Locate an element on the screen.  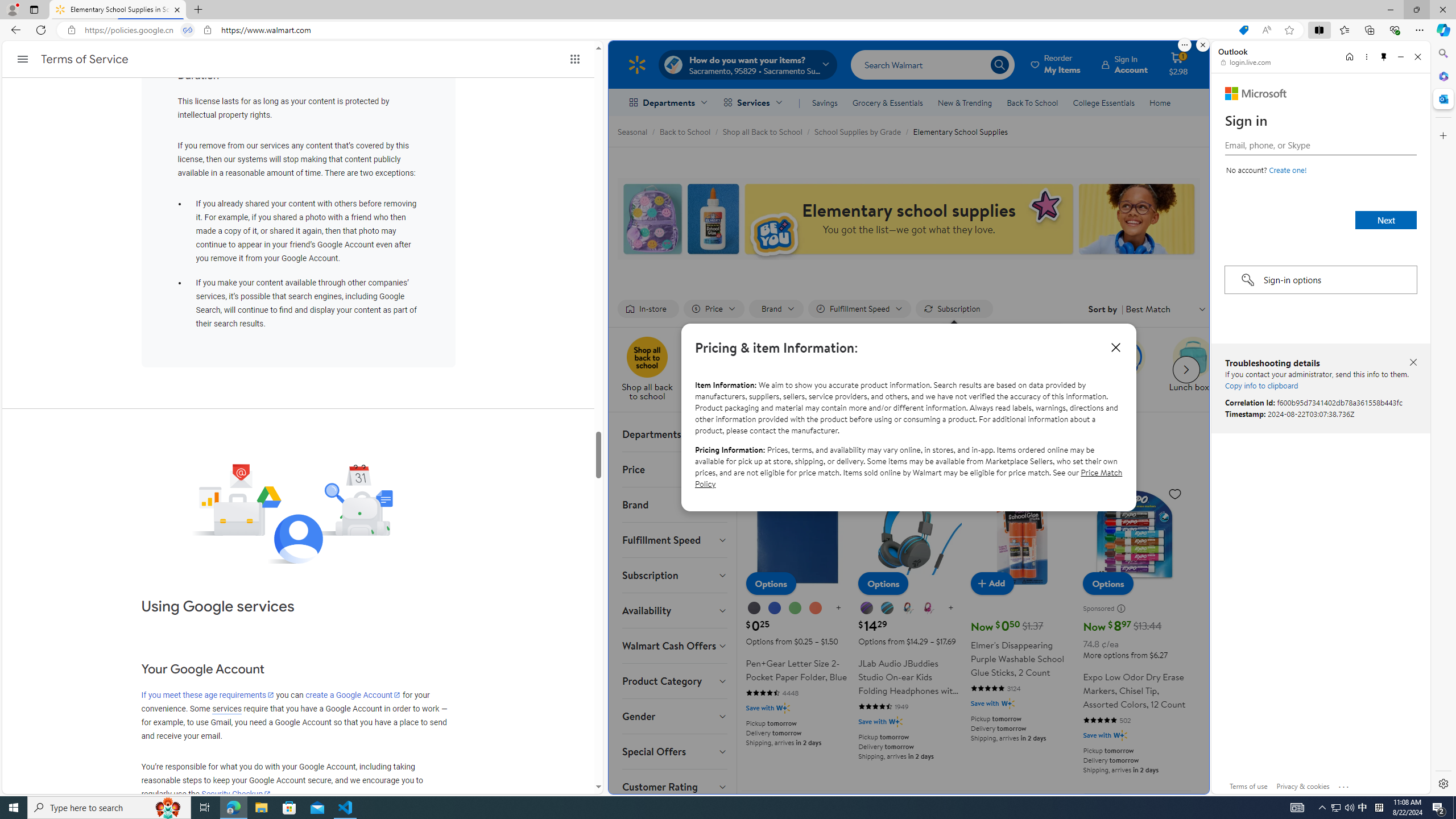
'This site has coupons! Shopping in Microsoft Edge, 7' is located at coordinates (1243, 30).